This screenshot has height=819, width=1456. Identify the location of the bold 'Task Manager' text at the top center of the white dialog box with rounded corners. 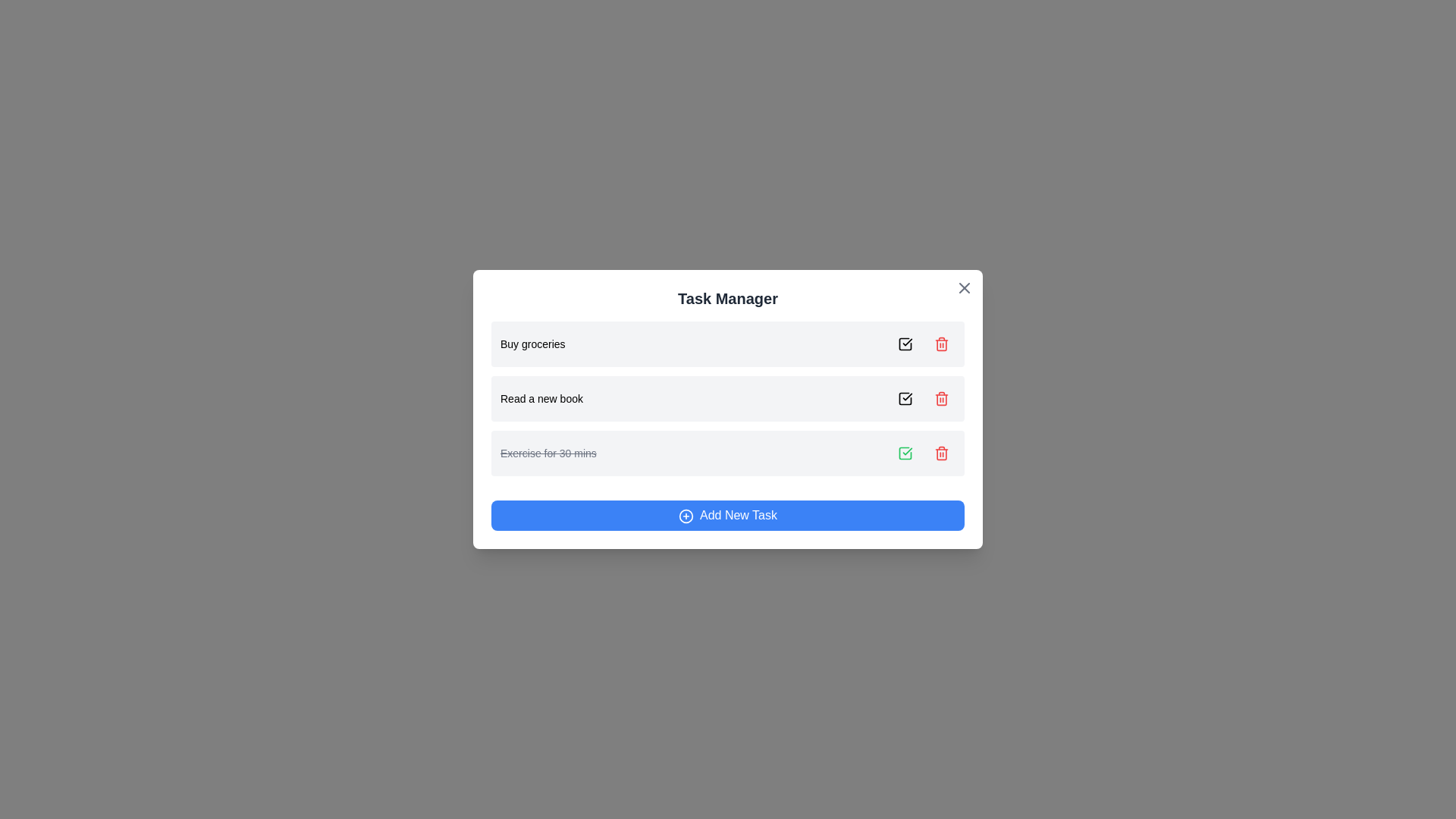
(728, 298).